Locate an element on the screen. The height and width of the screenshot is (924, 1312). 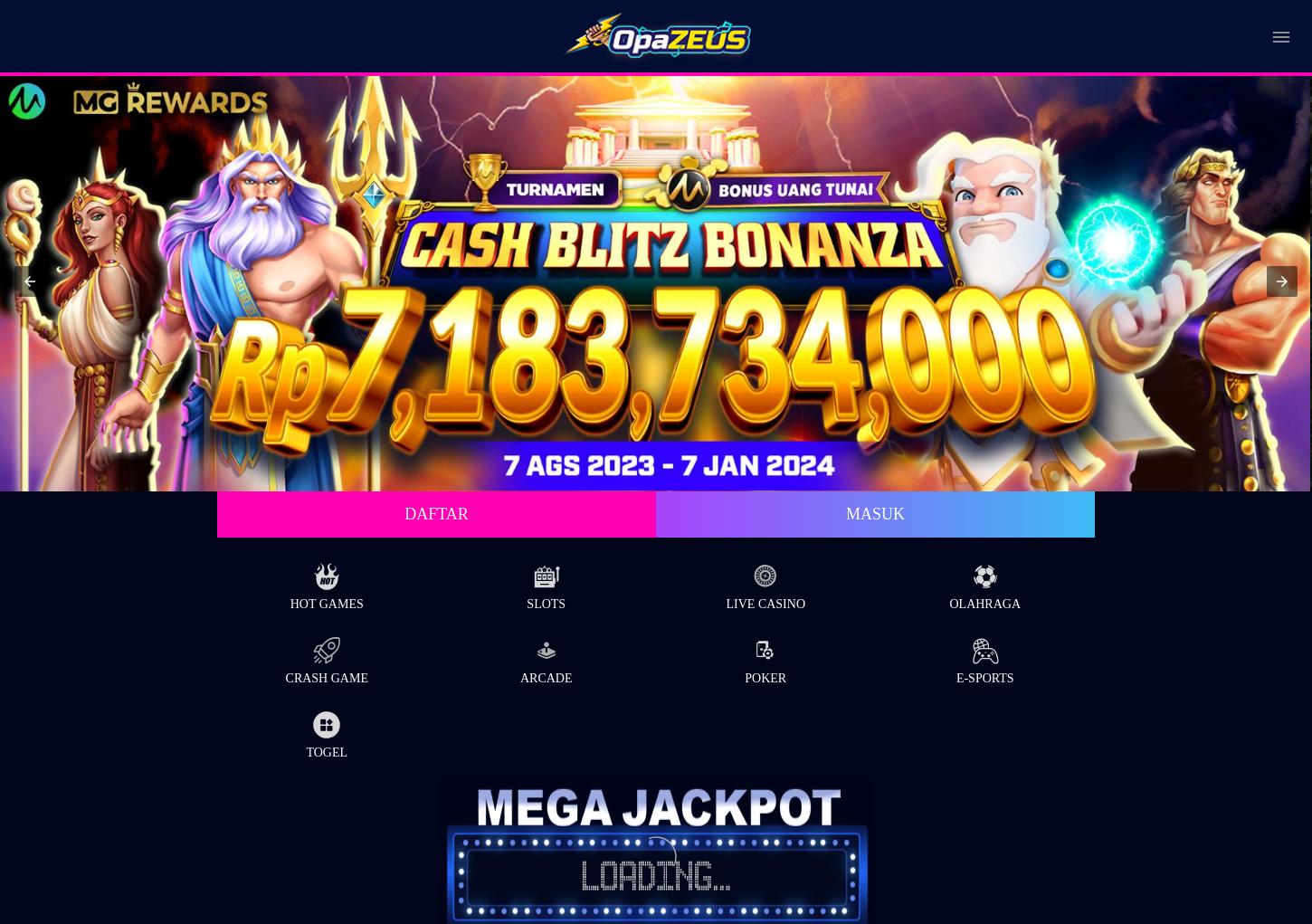
'Live Casino' is located at coordinates (765, 602).